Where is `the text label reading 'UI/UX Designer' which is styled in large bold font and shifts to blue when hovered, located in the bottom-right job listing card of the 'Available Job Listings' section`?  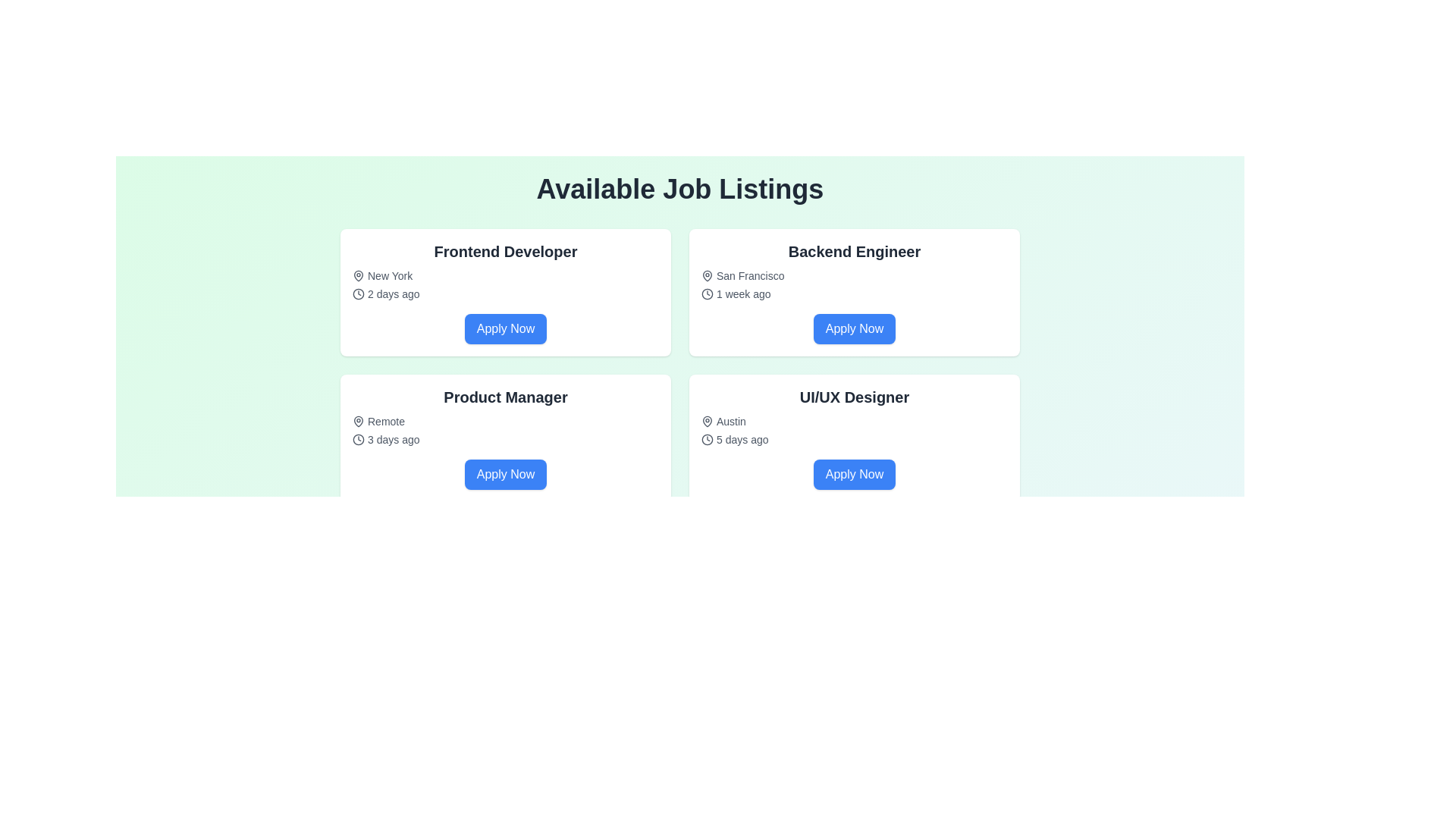
the text label reading 'UI/UX Designer' which is styled in large bold font and shifts to blue when hovered, located in the bottom-right job listing card of the 'Available Job Listings' section is located at coordinates (855, 397).